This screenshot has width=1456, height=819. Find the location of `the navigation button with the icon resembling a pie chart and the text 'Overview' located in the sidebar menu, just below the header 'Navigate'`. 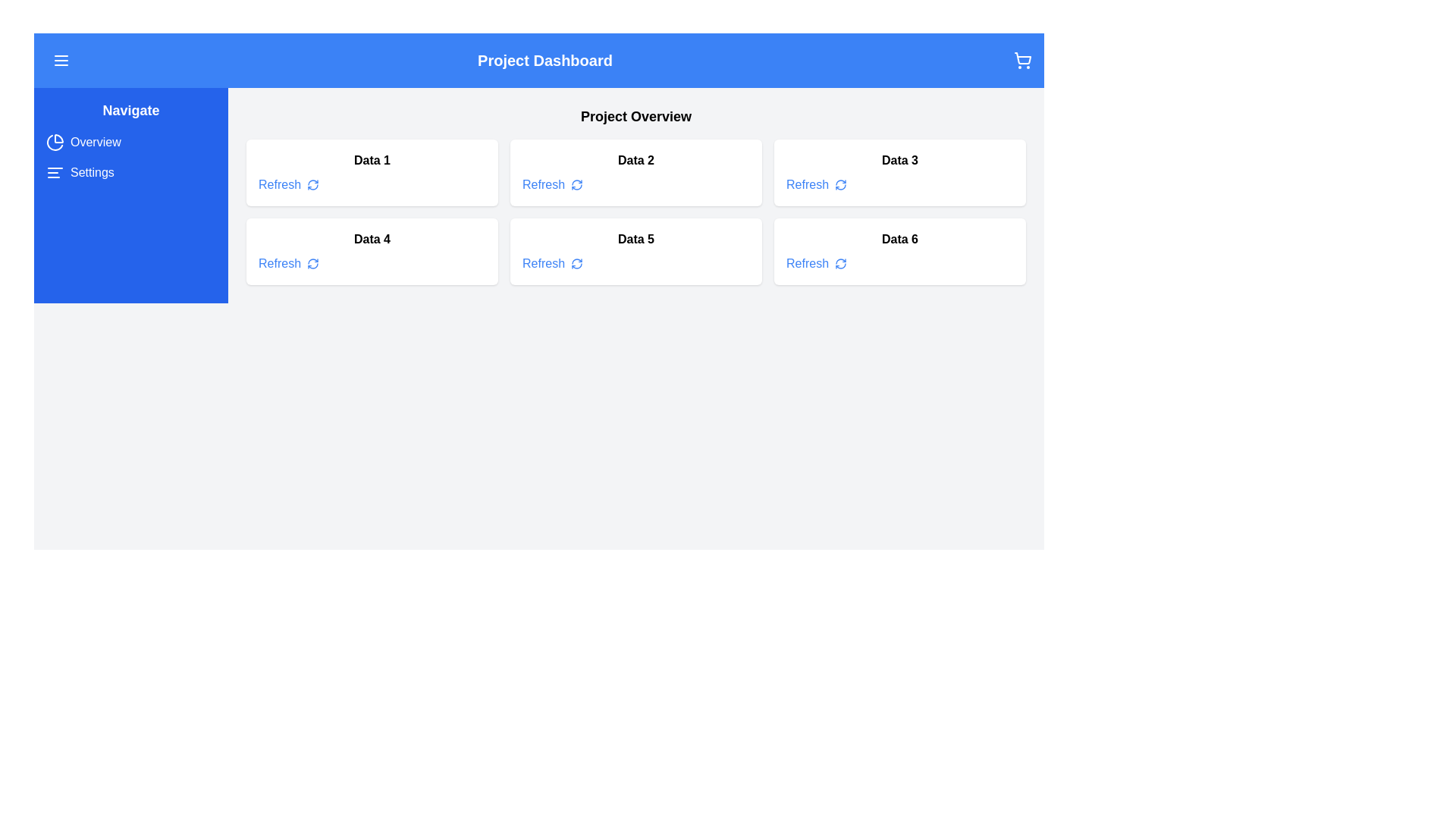

the navigation button with the icon resembling a pie chart and the text 'Overview' located in the sidebar menu, just below the header 'Navigate' is located at coordinates (83, 143).